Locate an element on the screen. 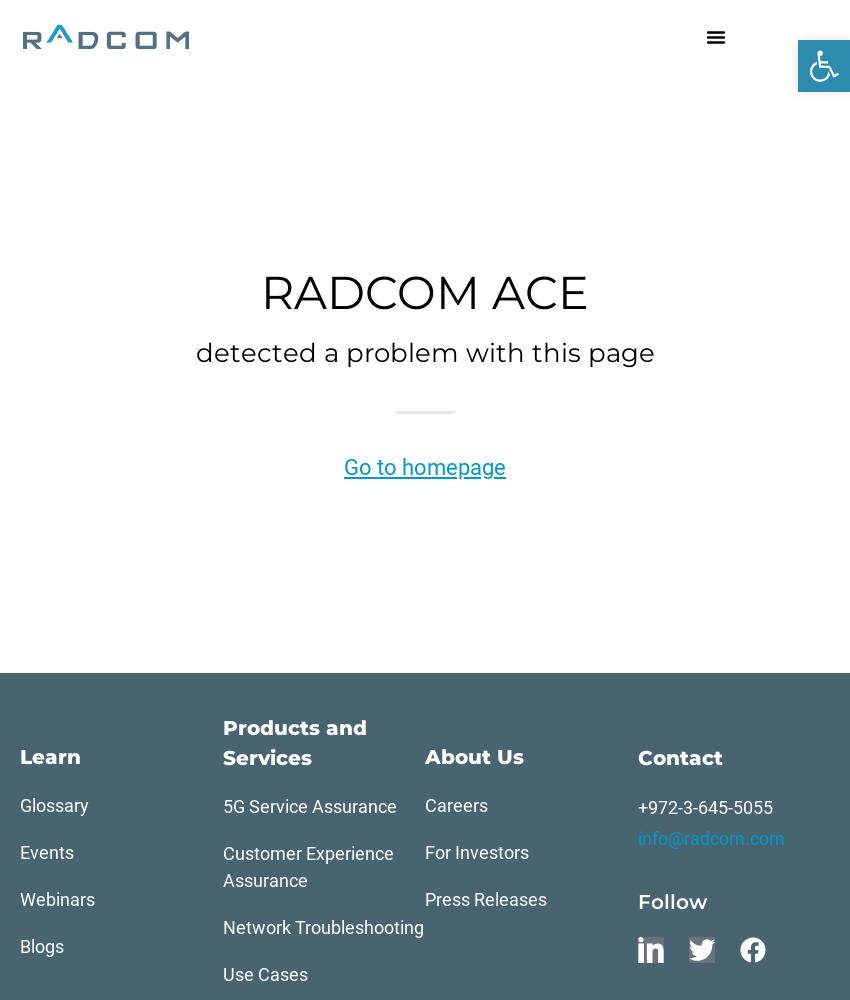 The width and height of the screenshot is (850, 1000). 'Webinars' is located at coordinates (18, 898).